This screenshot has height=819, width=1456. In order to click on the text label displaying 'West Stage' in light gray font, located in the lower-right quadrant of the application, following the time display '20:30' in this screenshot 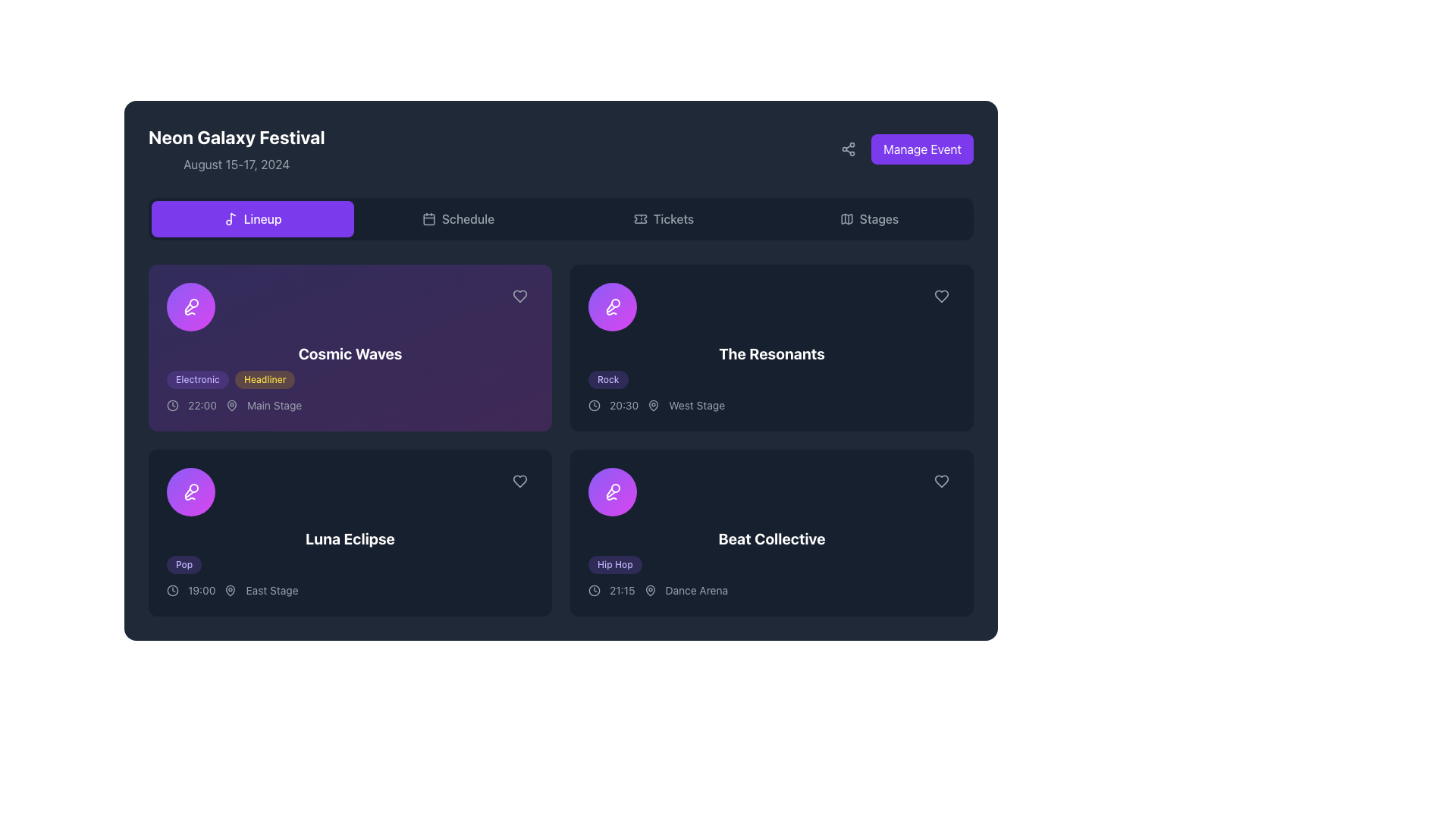, I will do `click(696, 405)`.